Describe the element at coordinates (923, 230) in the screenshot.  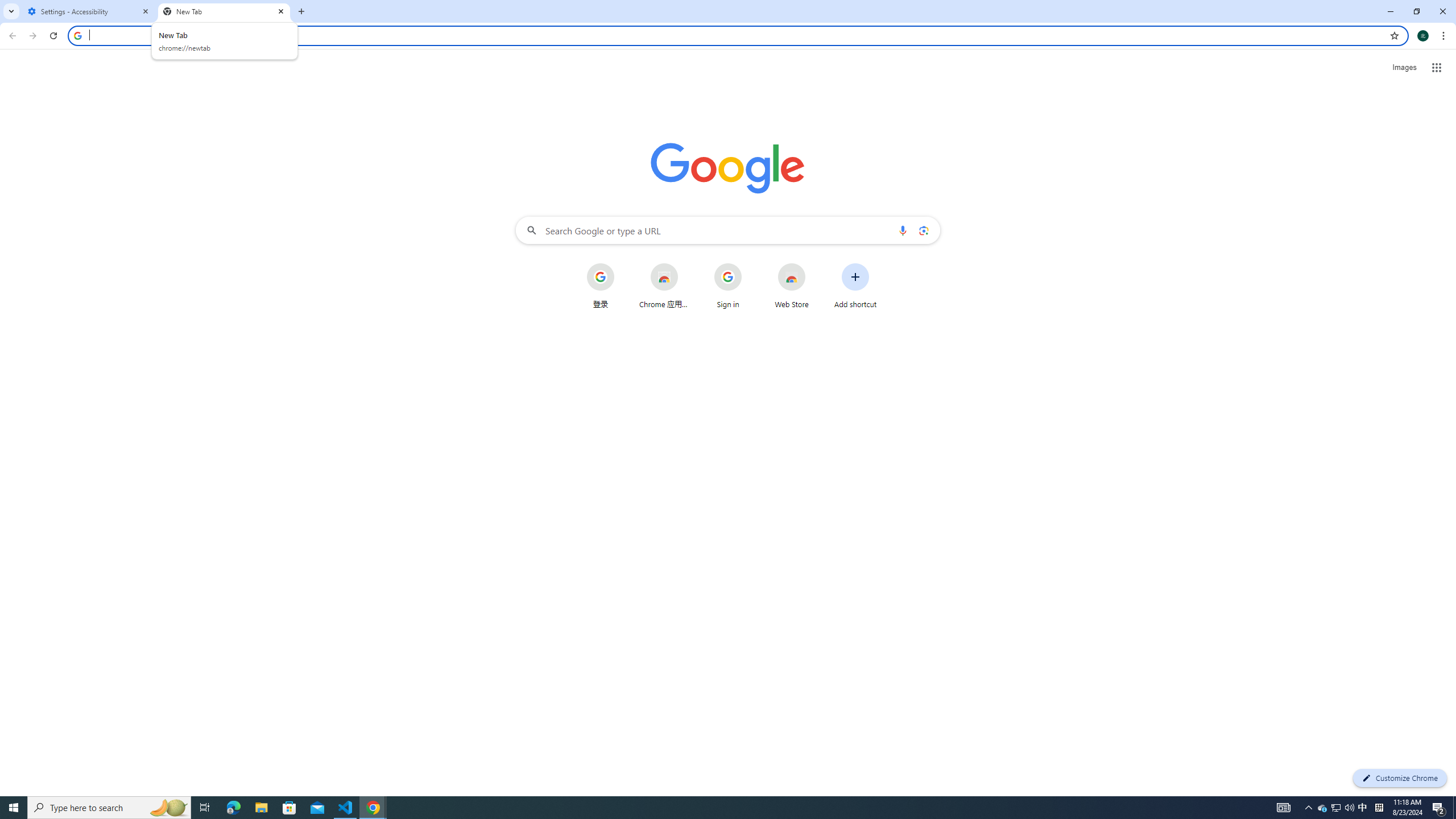
I see `'Search by image'` at that location.